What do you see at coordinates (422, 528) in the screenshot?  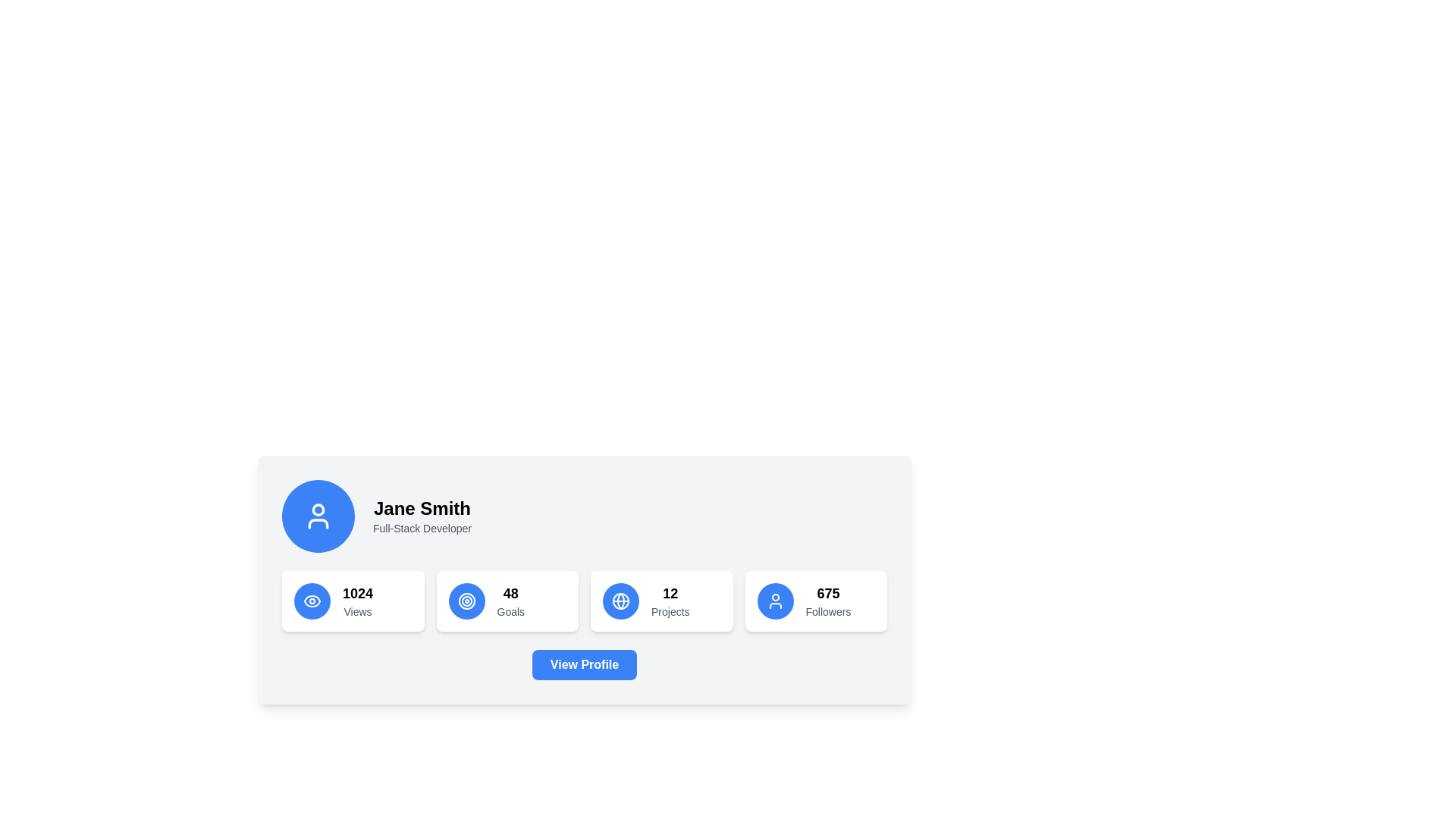 I see `text label displaying 'Full-Stack Developer' which is a small, gray font text aligned beneath 'Jane Smith' in a profile-like card on the left side of the display` at bounding box center [422, 528].